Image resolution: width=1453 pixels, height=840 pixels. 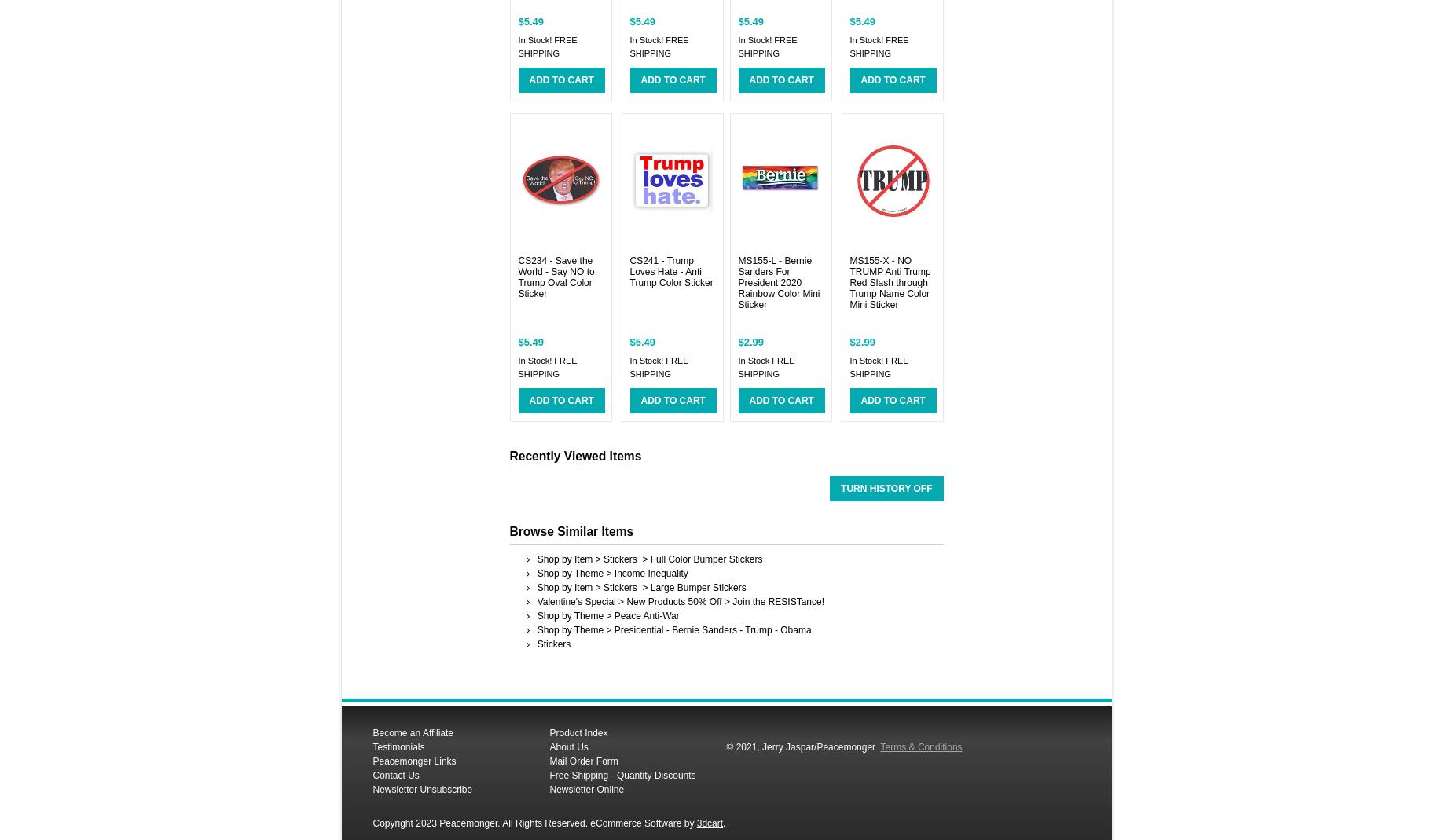 What do you see at coordinates (848, 746) in the screenshot?
I see `'Peacemonger'` at bounding box center [848, 746].